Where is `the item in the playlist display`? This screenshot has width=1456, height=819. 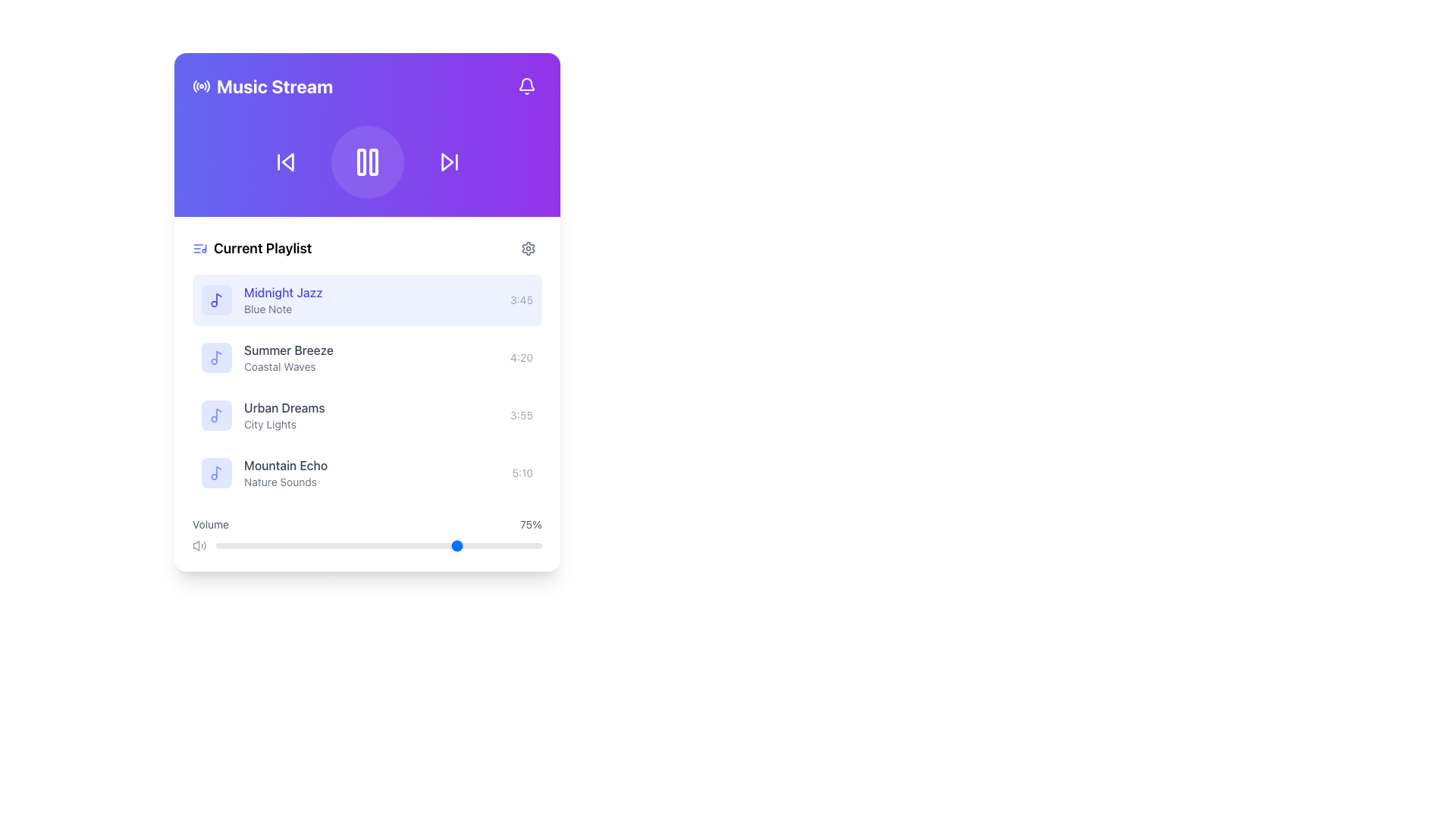
the item in the playlist display is located at coordinates (367, 385).